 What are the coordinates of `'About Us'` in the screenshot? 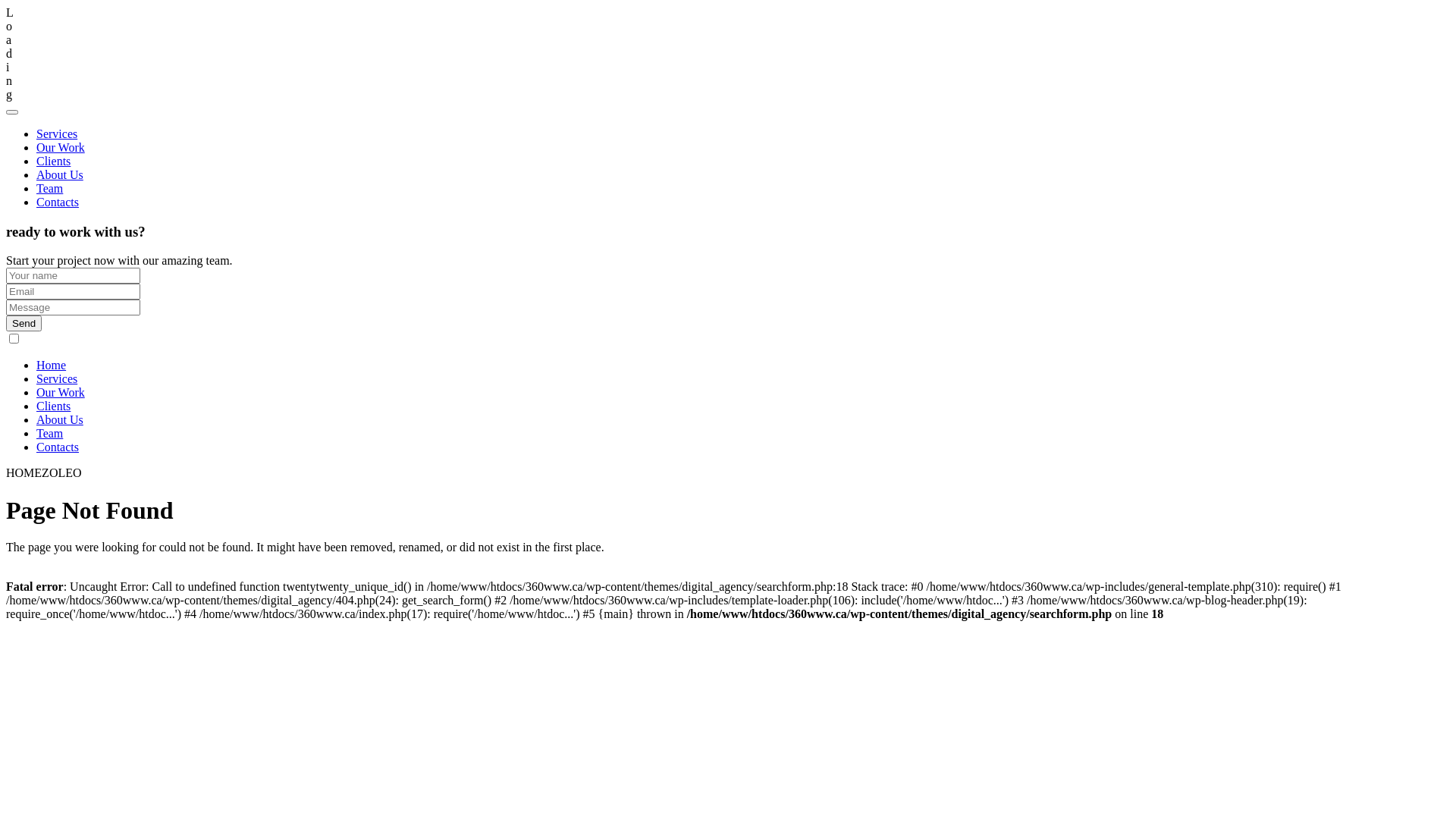 It's located at (59, 419).